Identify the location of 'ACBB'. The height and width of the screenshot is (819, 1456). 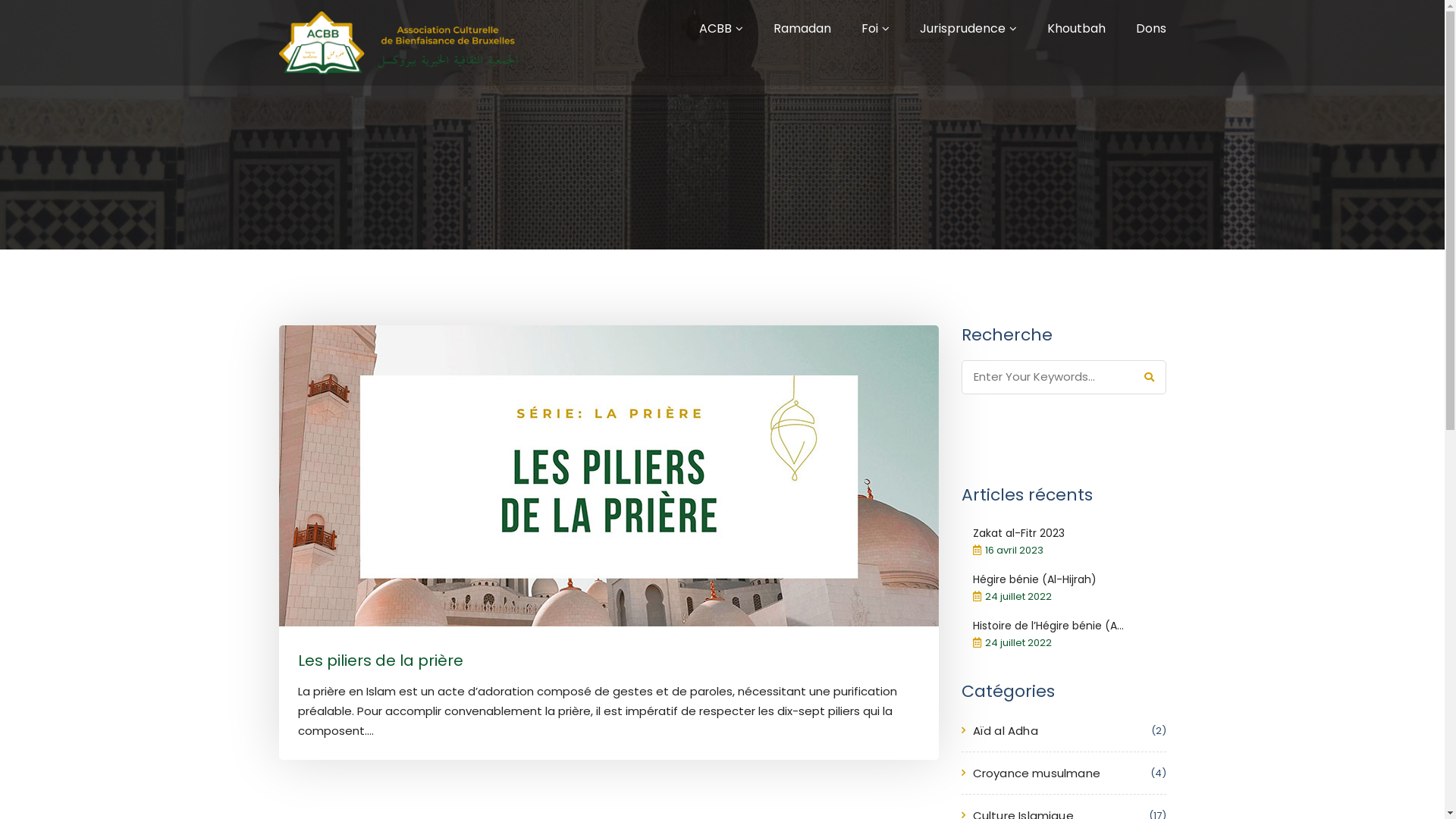
(714, 28).